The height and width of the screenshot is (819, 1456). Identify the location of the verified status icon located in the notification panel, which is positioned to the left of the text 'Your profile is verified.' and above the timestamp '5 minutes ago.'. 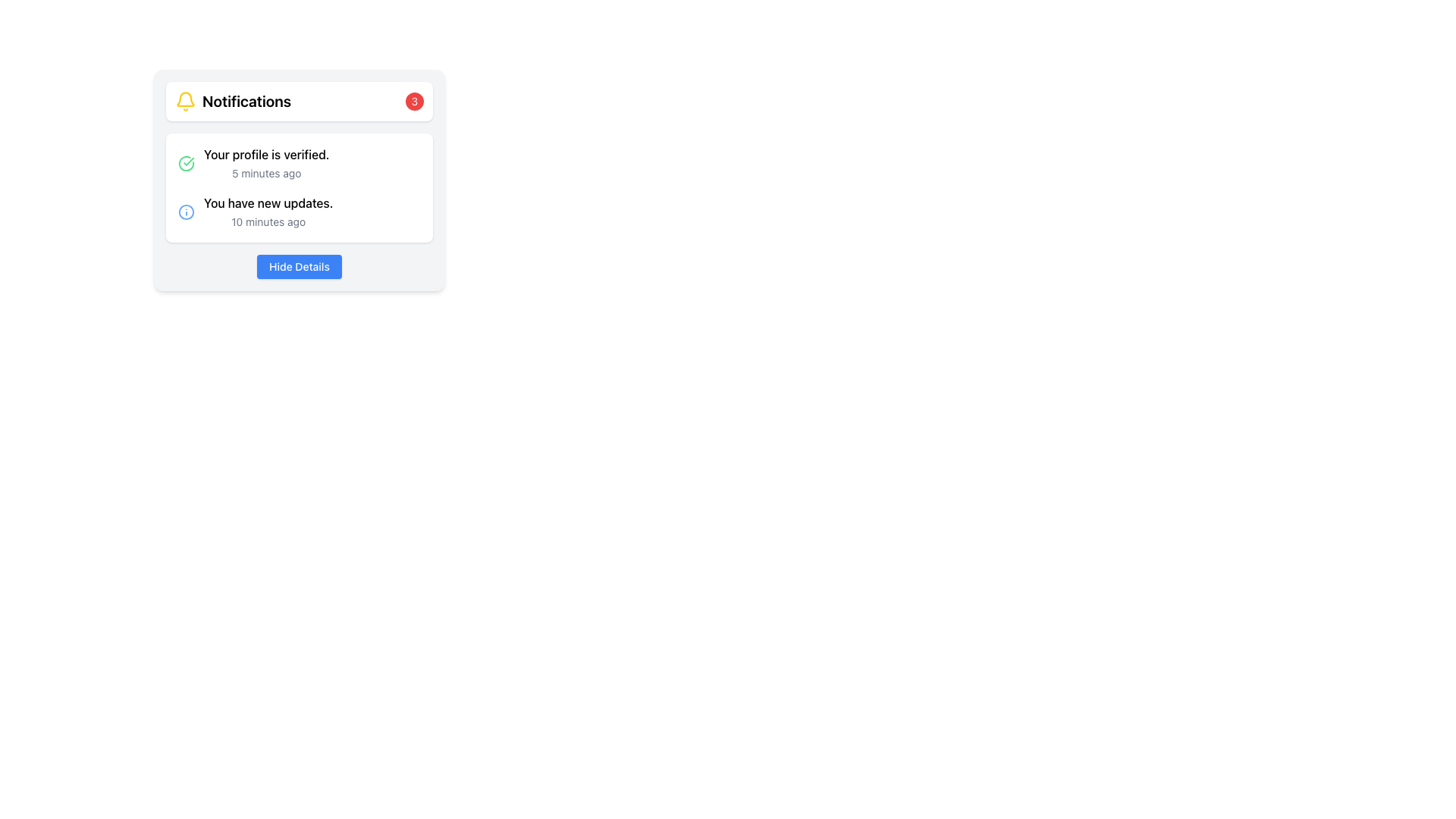
(185, 164).